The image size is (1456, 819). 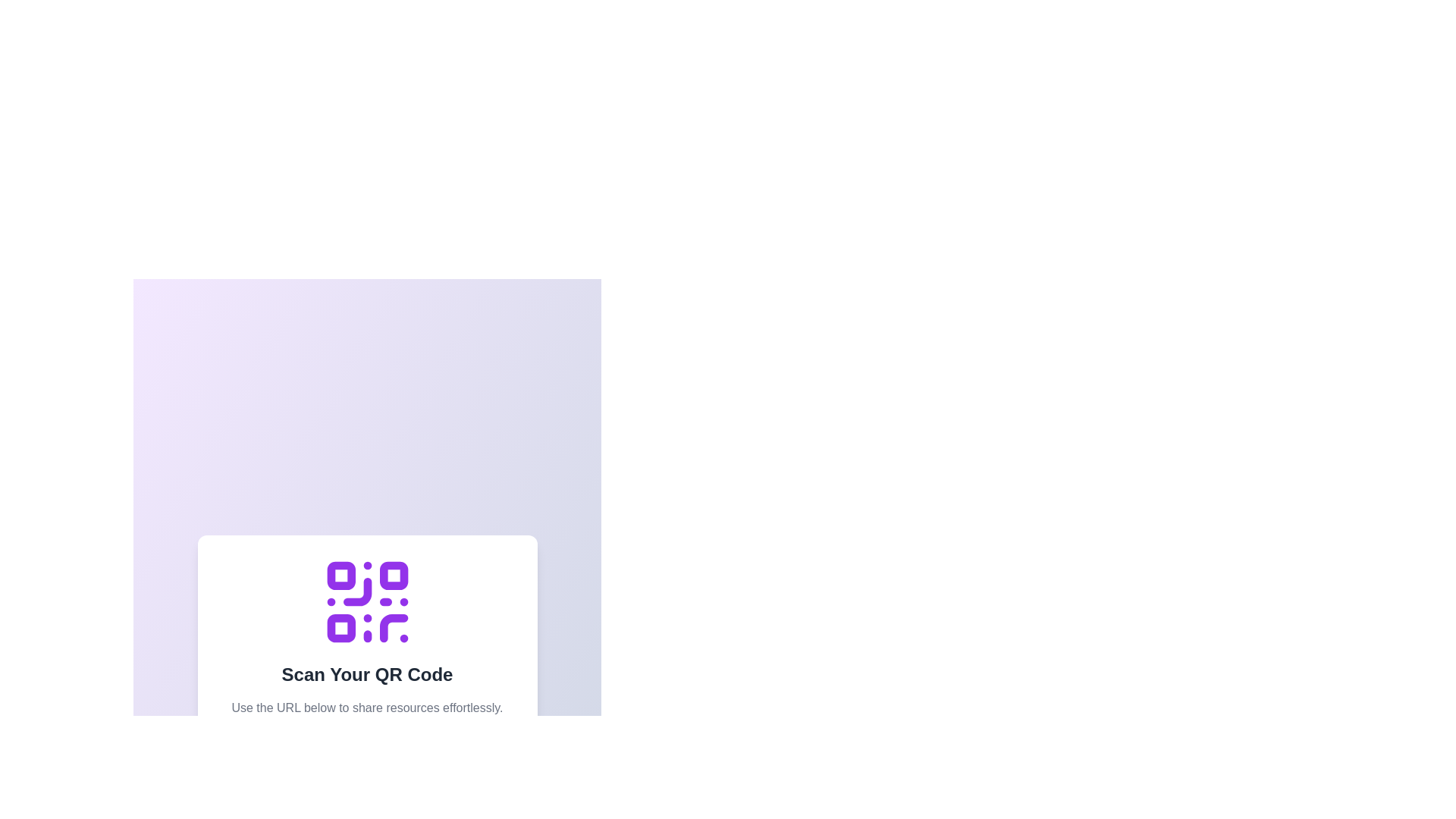 What do you see at coordinates (340, 628) in the screenshot?
I see `the third rectangular block in the bottom-left corner of the QR code, which is a decorative graphical square element` at bounding box center [340, 628].